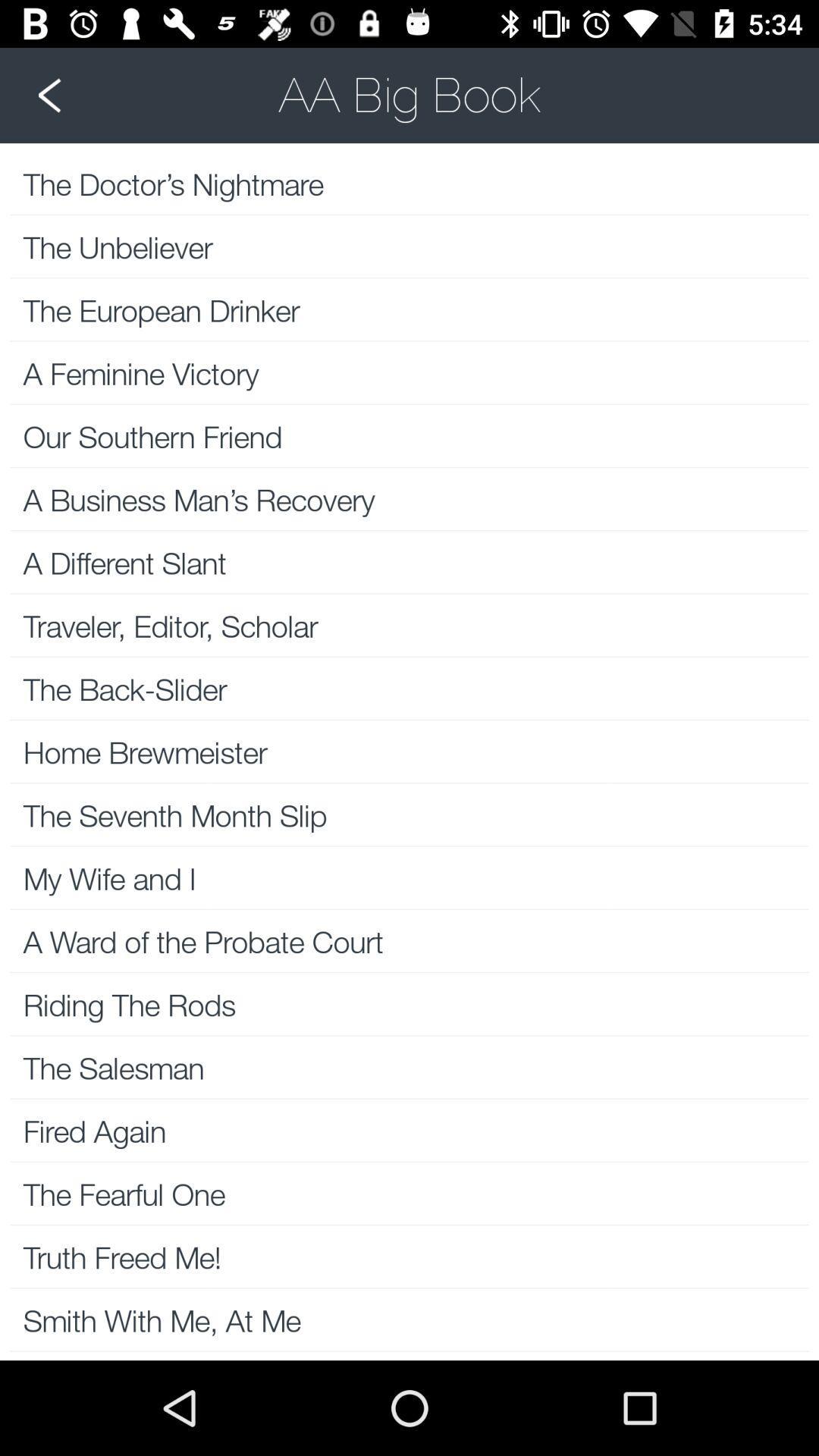 This screenshot has width=819, height=1456. What do you see at coordinates (409, 94) in the screenshot?
I see `go back` at bounding box center [409, 94].